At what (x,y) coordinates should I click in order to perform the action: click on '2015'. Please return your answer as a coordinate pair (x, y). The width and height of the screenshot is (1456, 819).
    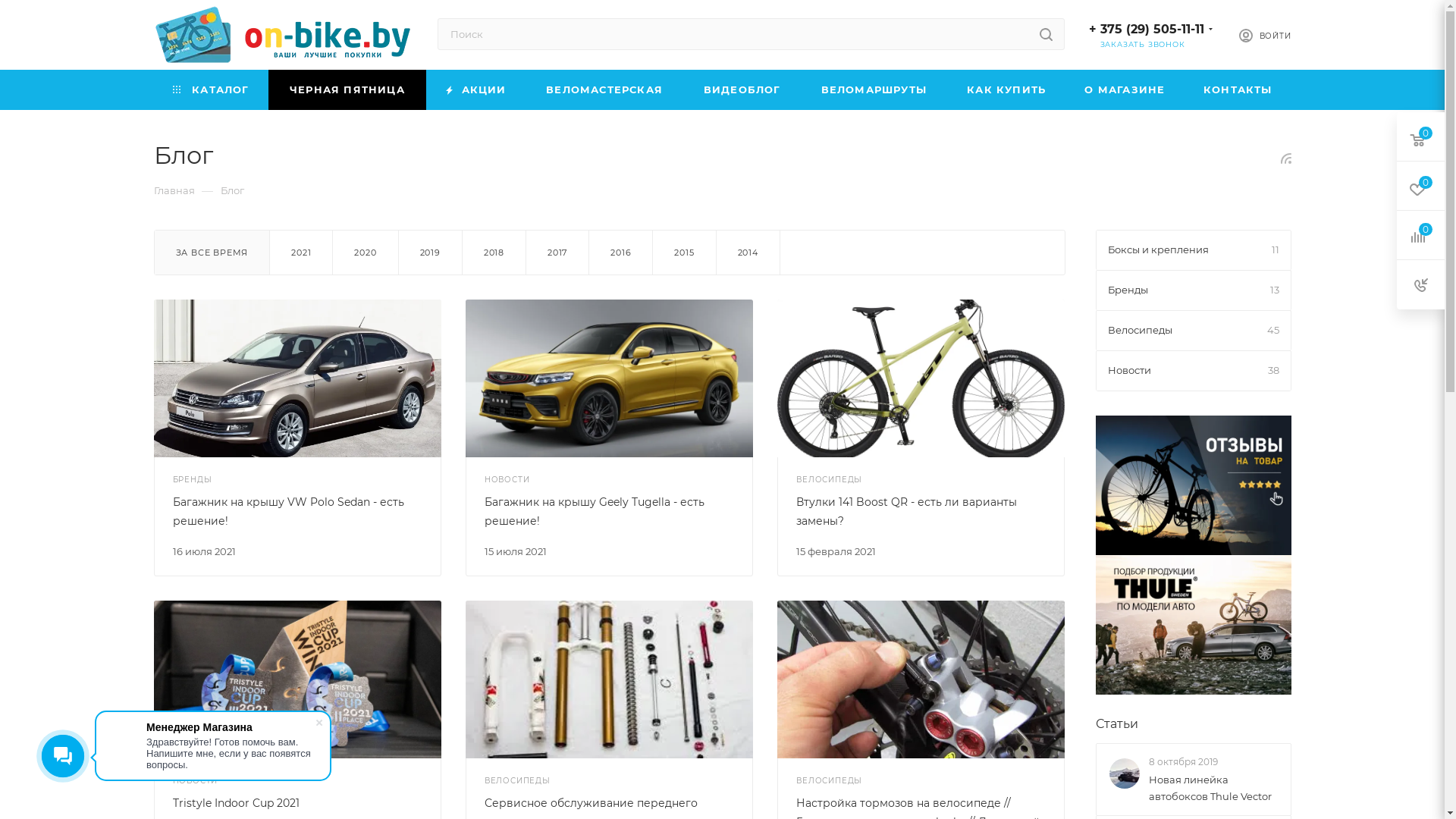
    Looking at the image, I should click on (683, 251).